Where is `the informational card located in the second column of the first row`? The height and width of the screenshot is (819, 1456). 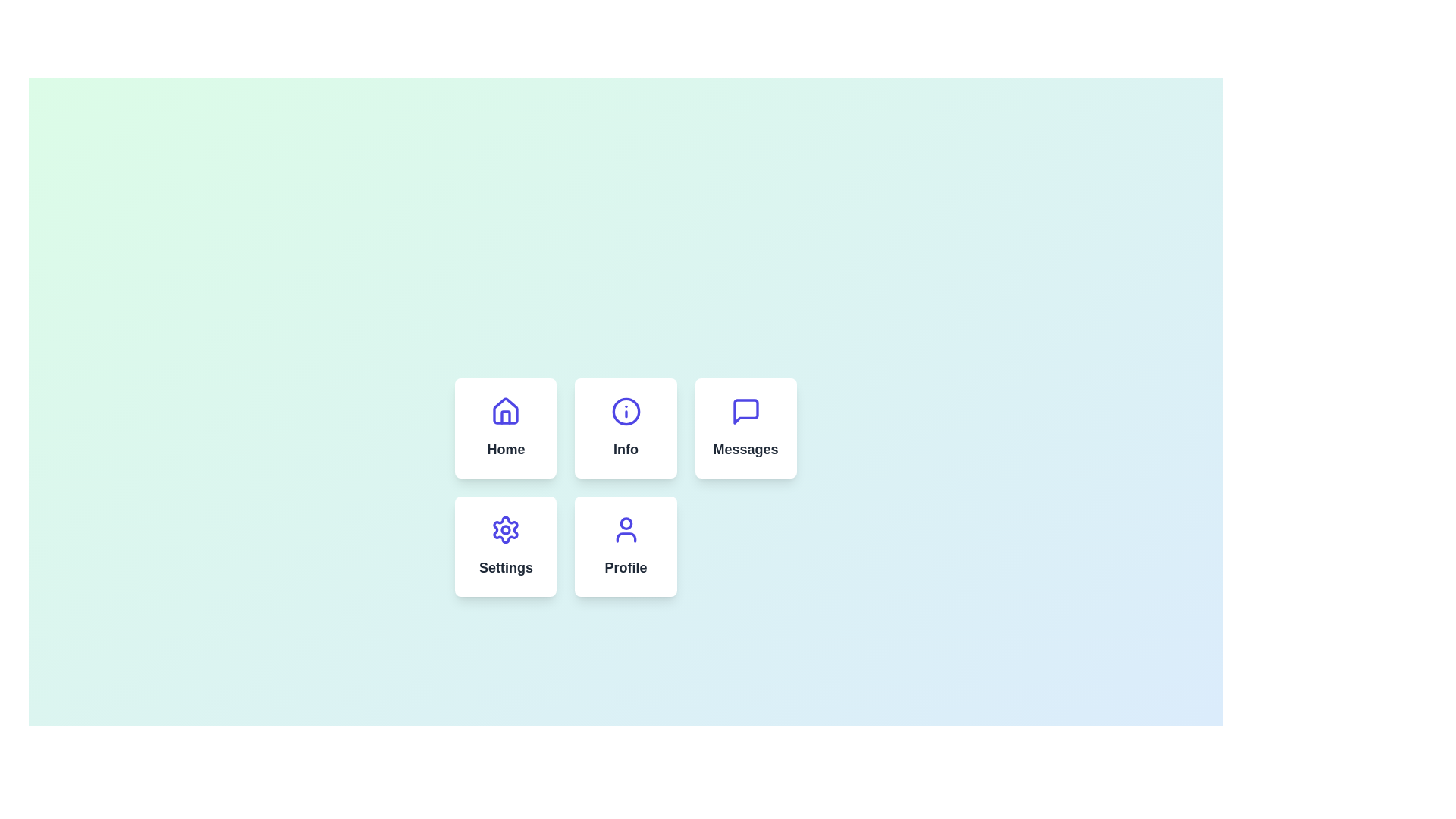 the informational card located in the second column of the first row is located at coordinates (626, 428).